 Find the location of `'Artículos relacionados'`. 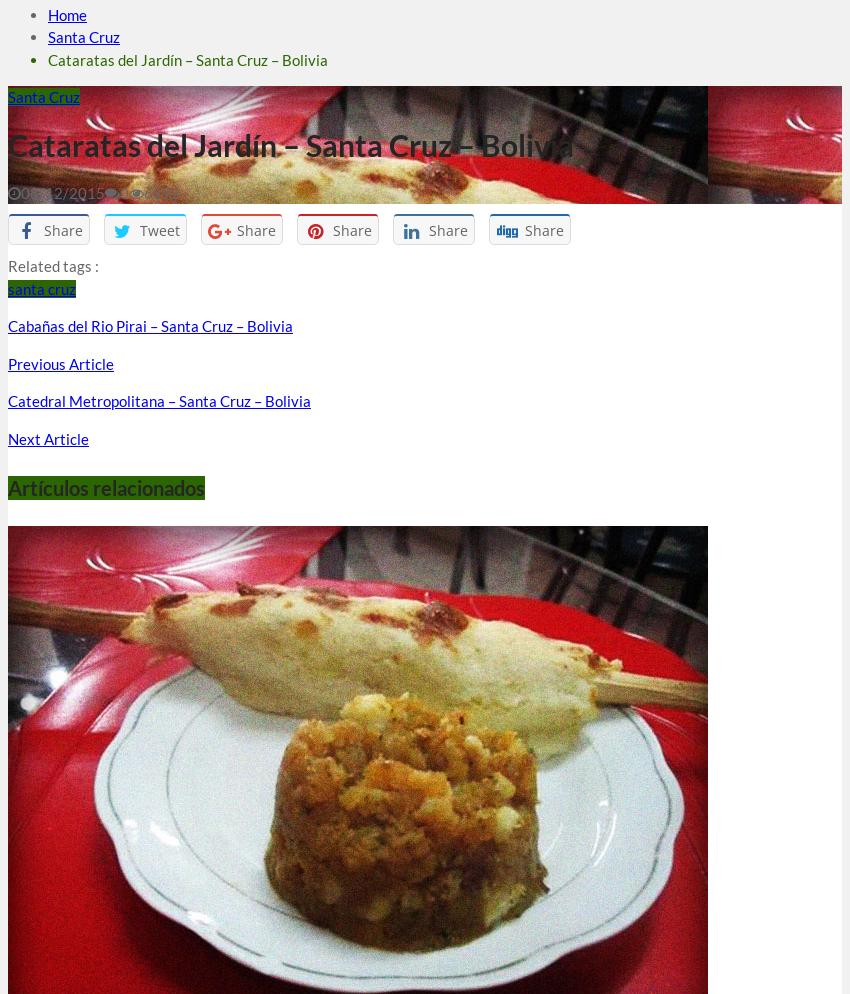

'Artículos relacionados' is located at coordinates (105, 485).